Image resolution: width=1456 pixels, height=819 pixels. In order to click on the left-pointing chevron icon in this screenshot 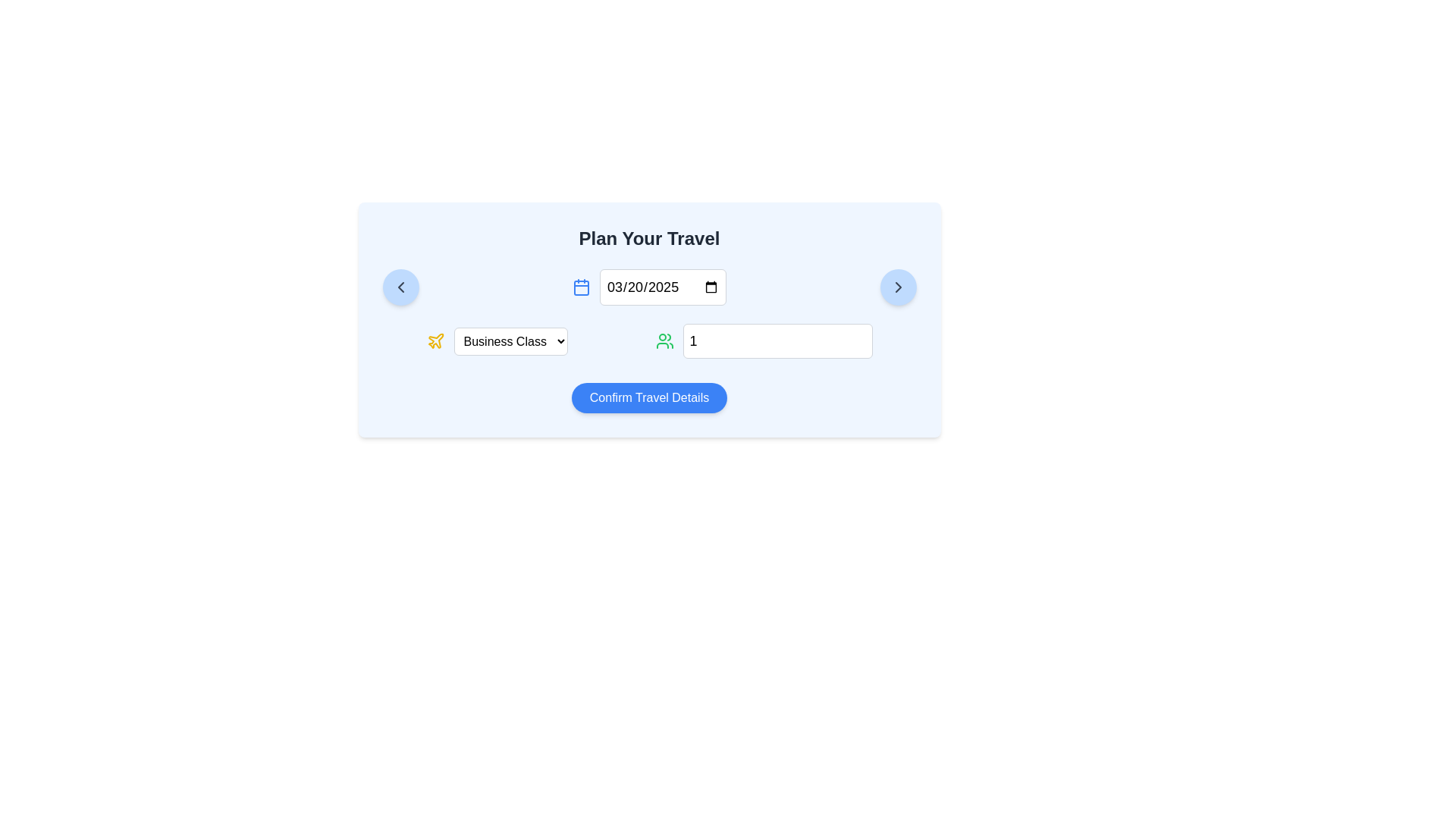, I will do `click(400, 287)`.